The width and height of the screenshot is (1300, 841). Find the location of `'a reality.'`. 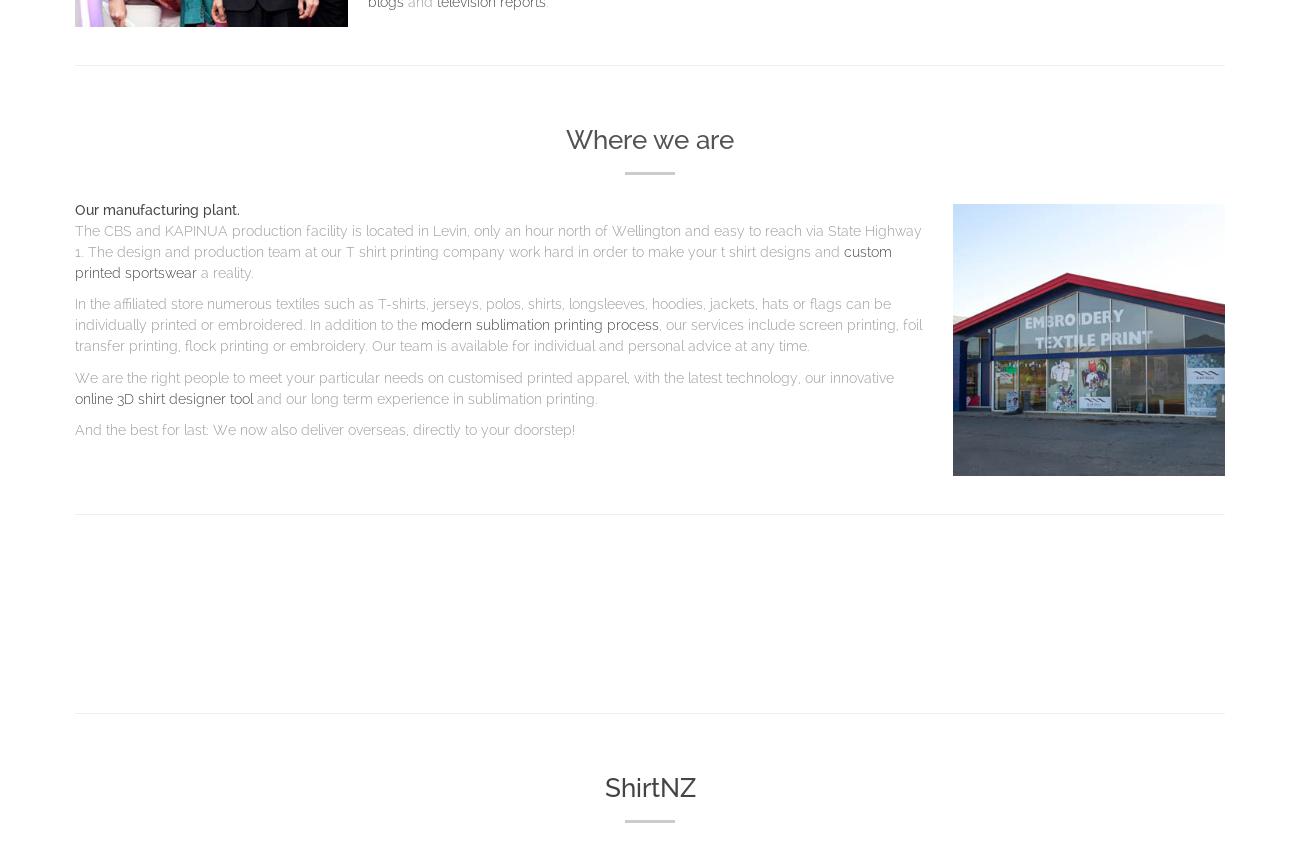

'a reality.' is located at coordinates (224, 270).